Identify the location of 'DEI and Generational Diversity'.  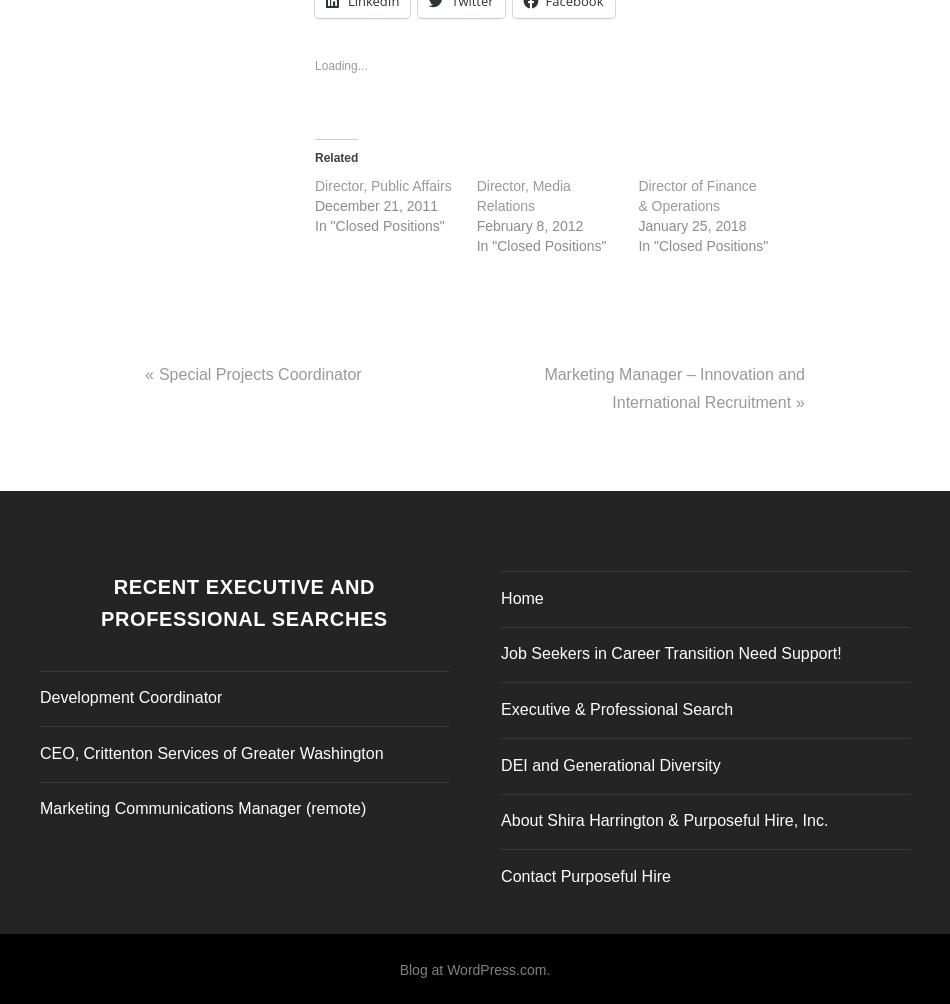
(610, 759).